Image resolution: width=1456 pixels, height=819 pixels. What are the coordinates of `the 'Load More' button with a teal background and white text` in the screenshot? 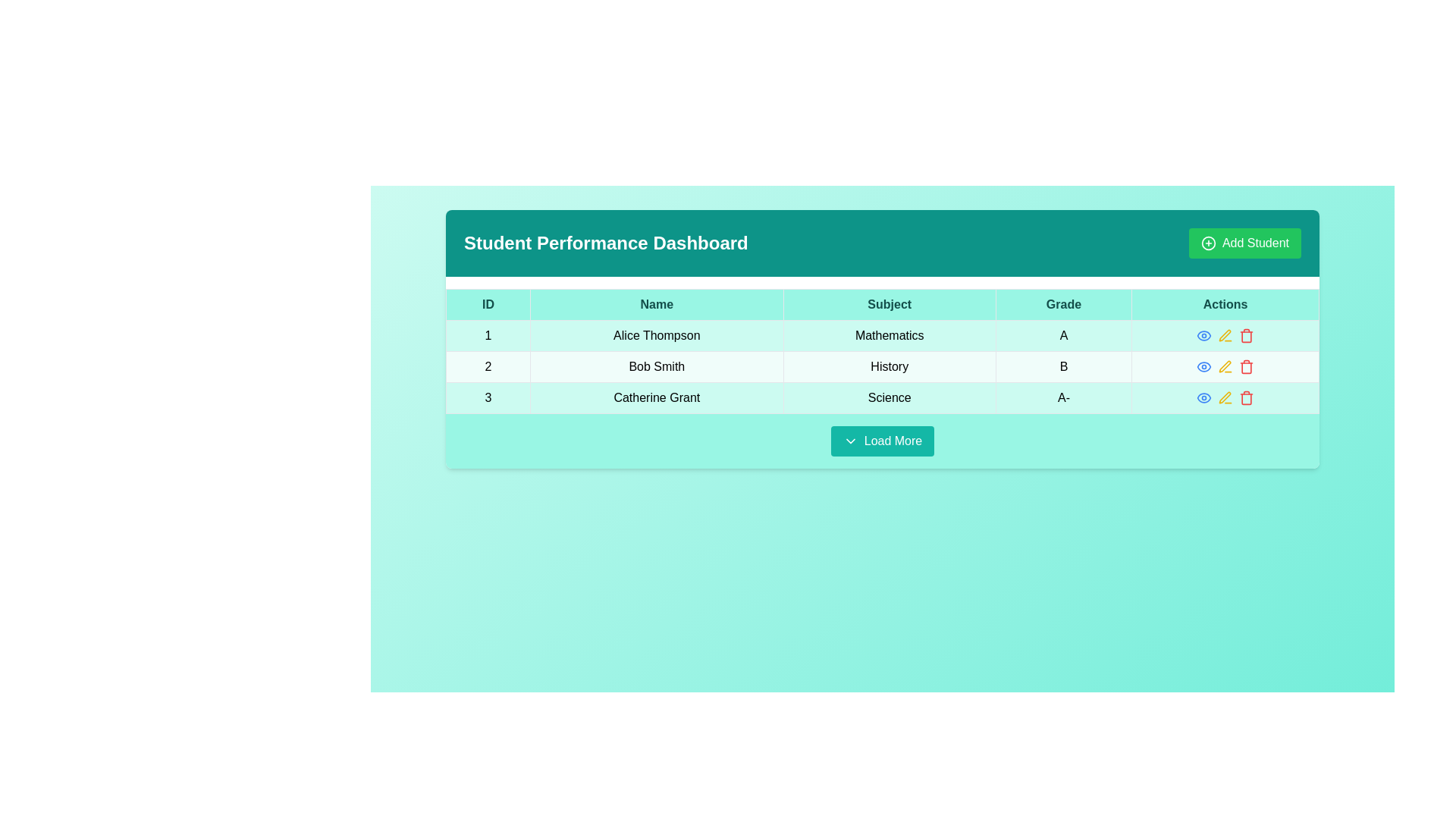 It's located at (882, 441).